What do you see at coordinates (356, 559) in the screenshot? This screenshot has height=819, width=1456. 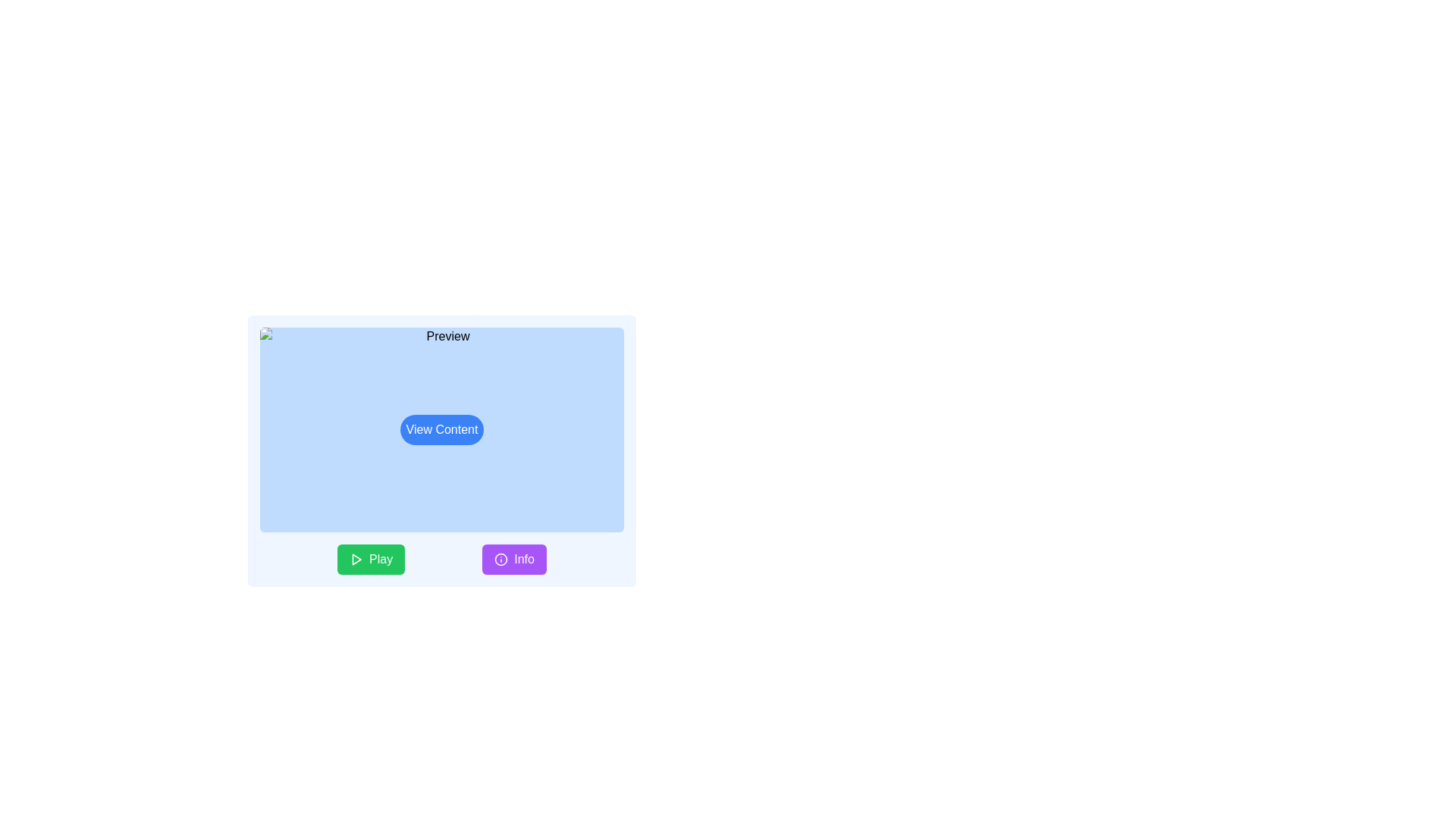 I see `the decorative play icon located inside the left side of the green 'Play' button beneath the 'Preview' content area` at bounding box center [356, 559].